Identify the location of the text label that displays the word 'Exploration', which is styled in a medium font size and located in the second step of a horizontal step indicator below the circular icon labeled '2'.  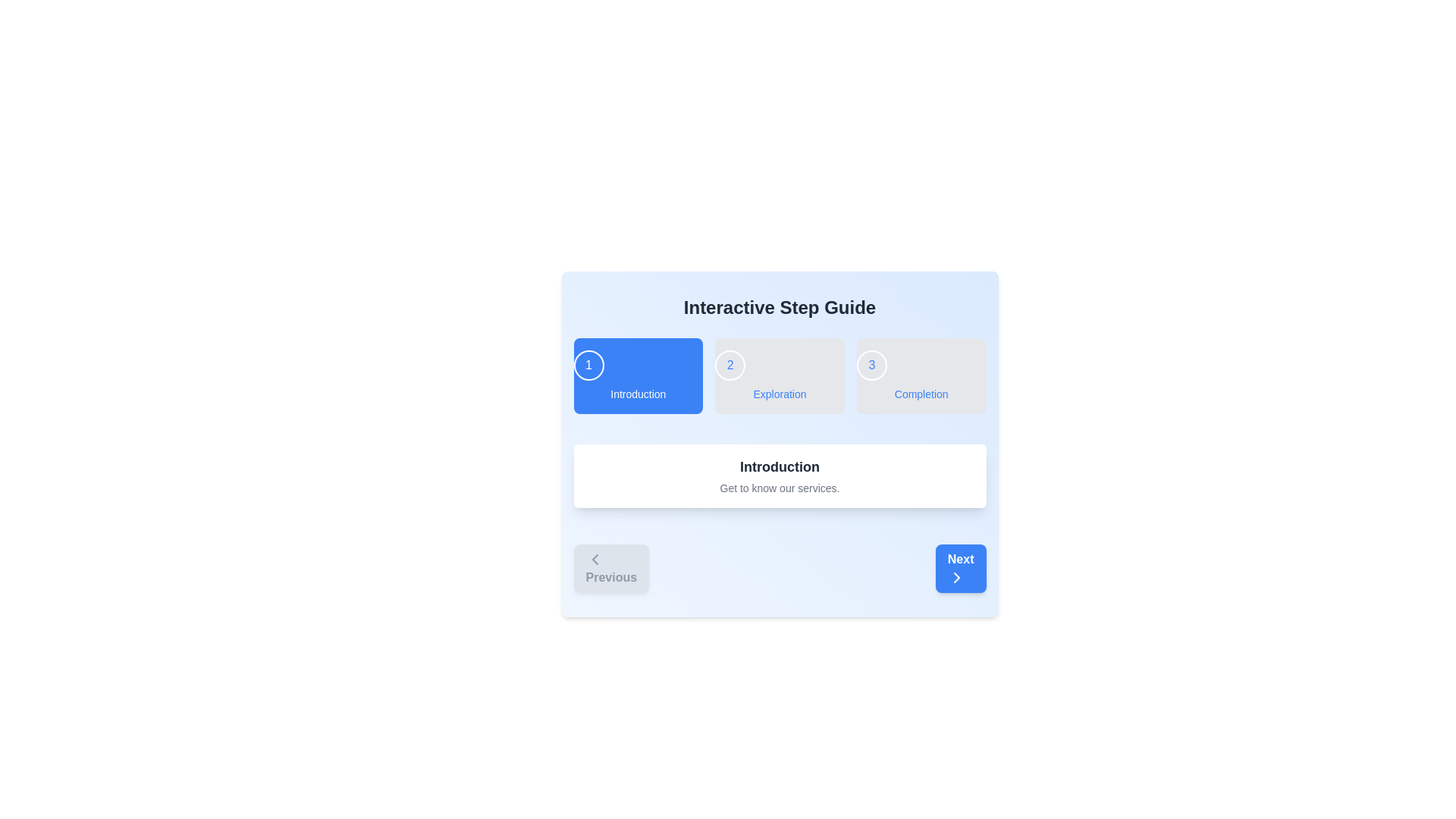
(780, 394).